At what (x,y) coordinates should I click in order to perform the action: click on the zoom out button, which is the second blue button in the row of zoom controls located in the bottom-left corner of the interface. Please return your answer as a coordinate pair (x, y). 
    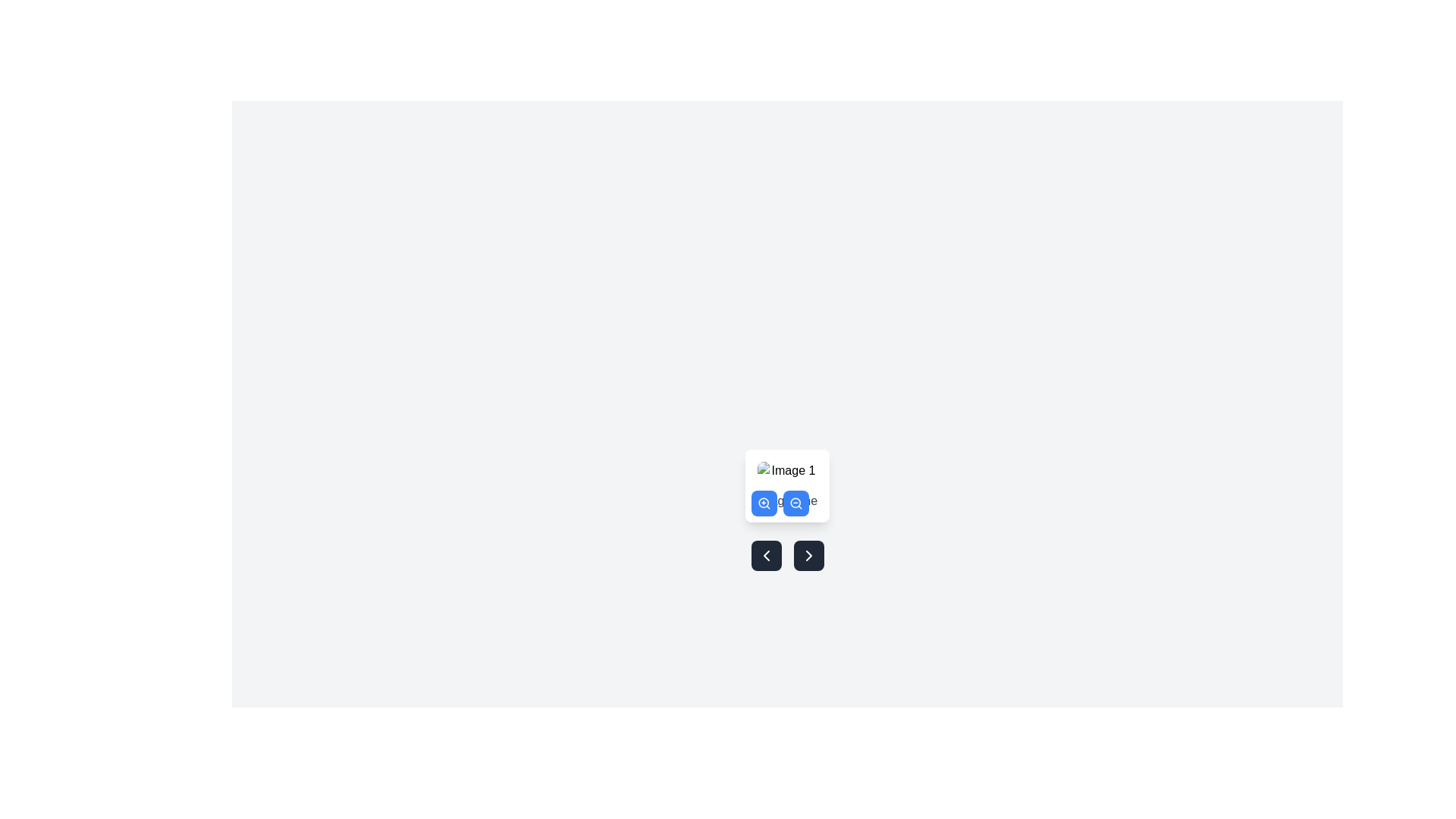
    Looking at the image, I should click on (795, 503).